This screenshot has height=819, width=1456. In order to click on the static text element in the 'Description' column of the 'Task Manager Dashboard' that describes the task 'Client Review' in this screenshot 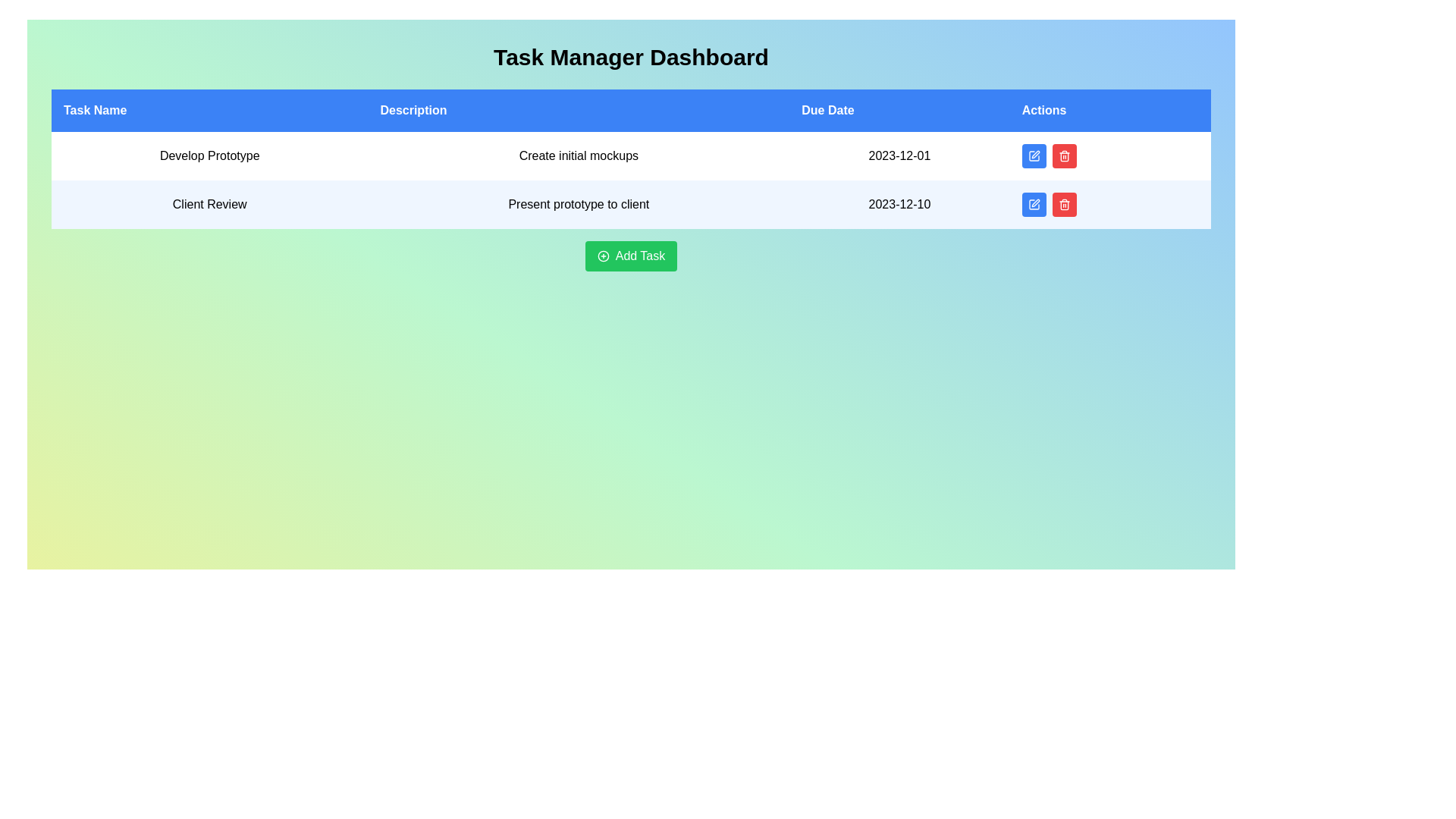, I will do `click(578, 205)`.